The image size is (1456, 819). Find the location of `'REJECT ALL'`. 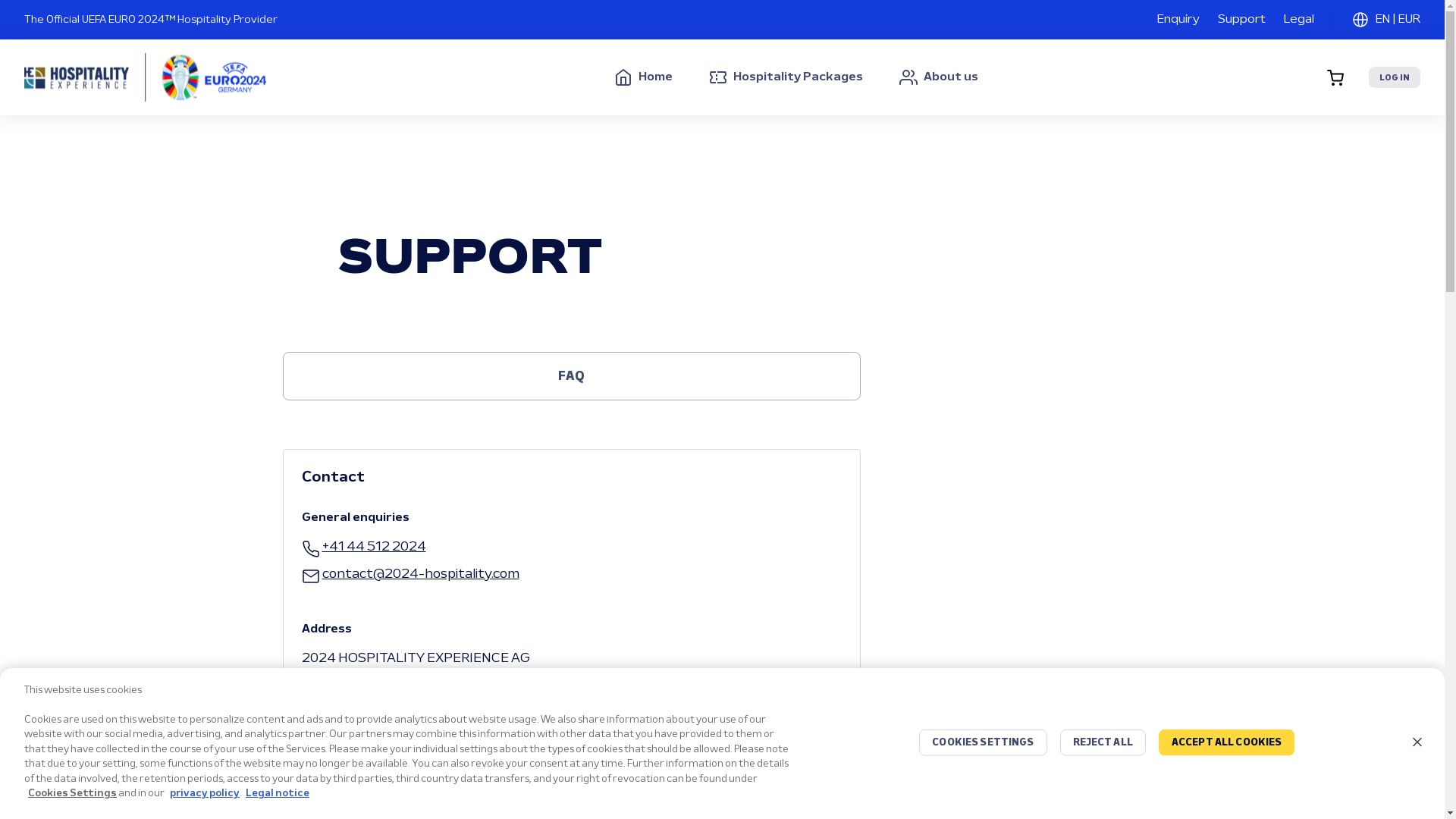

'REJECT ALL' is located at coordinates (1103, 742).